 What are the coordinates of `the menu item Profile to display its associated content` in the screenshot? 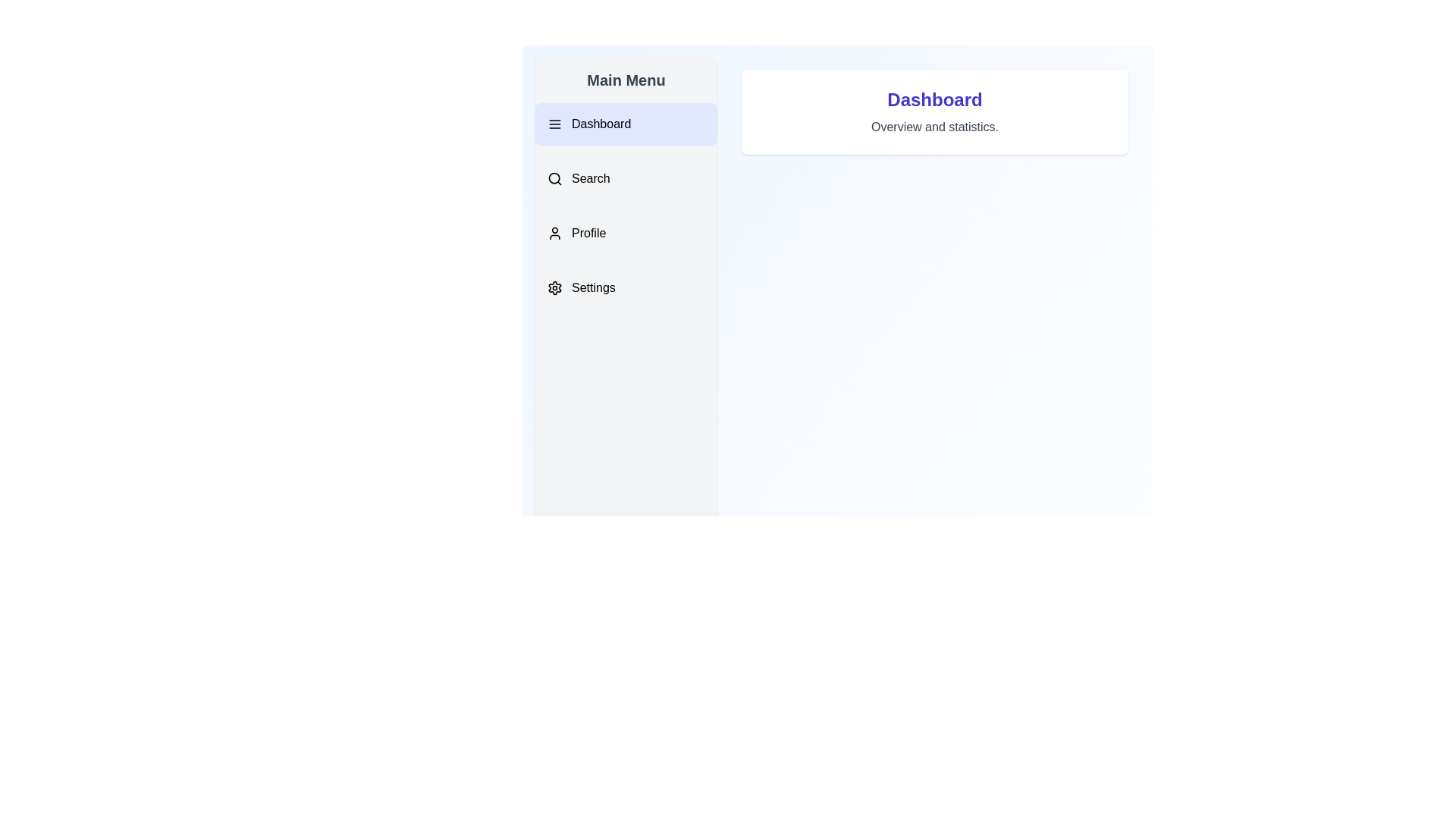 It's located at (626, 234).